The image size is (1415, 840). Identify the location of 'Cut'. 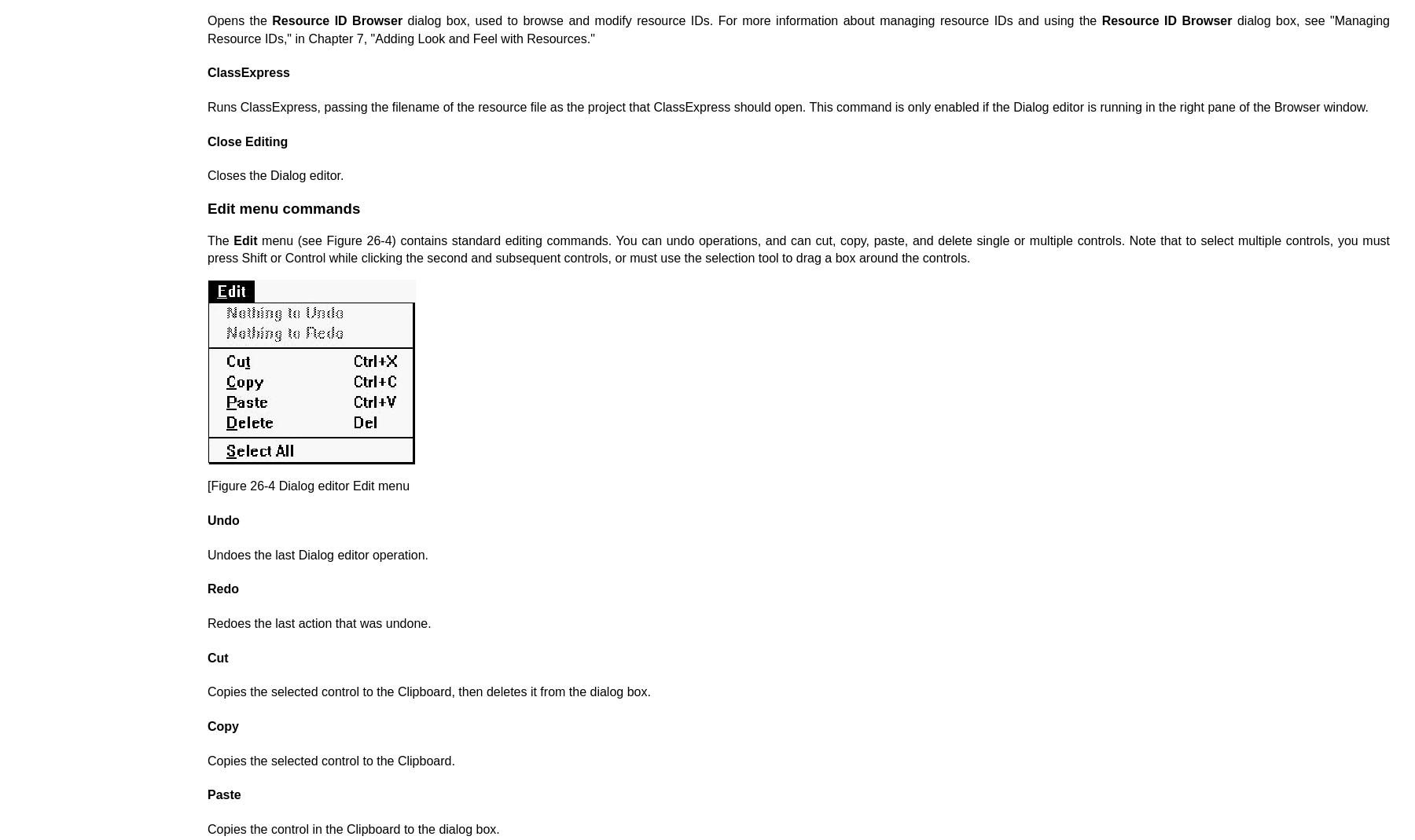
(217, 657).